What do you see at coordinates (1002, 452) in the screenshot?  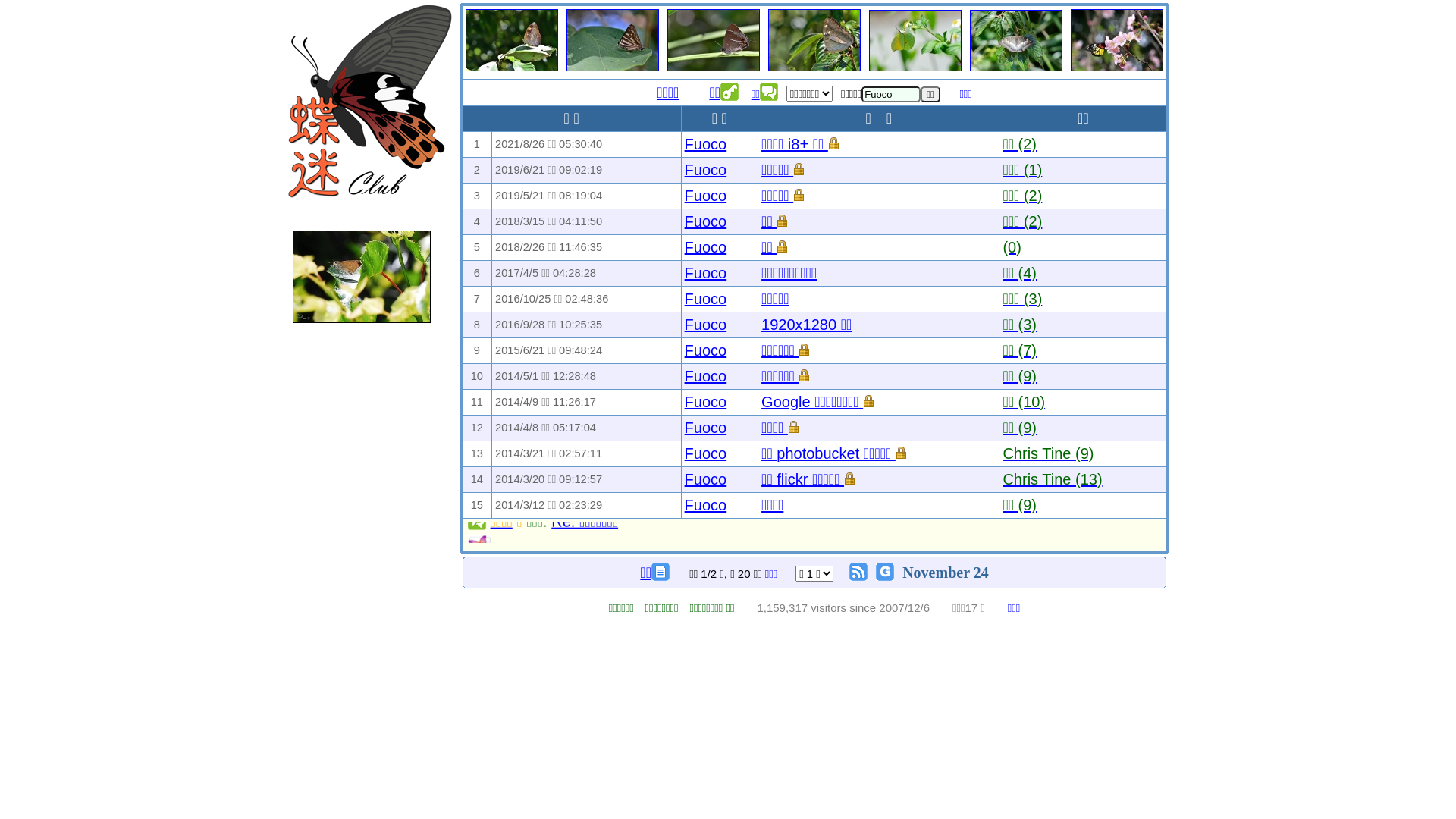 I see `'Chris Tine (9)'` at bounding box center [1002, 452].